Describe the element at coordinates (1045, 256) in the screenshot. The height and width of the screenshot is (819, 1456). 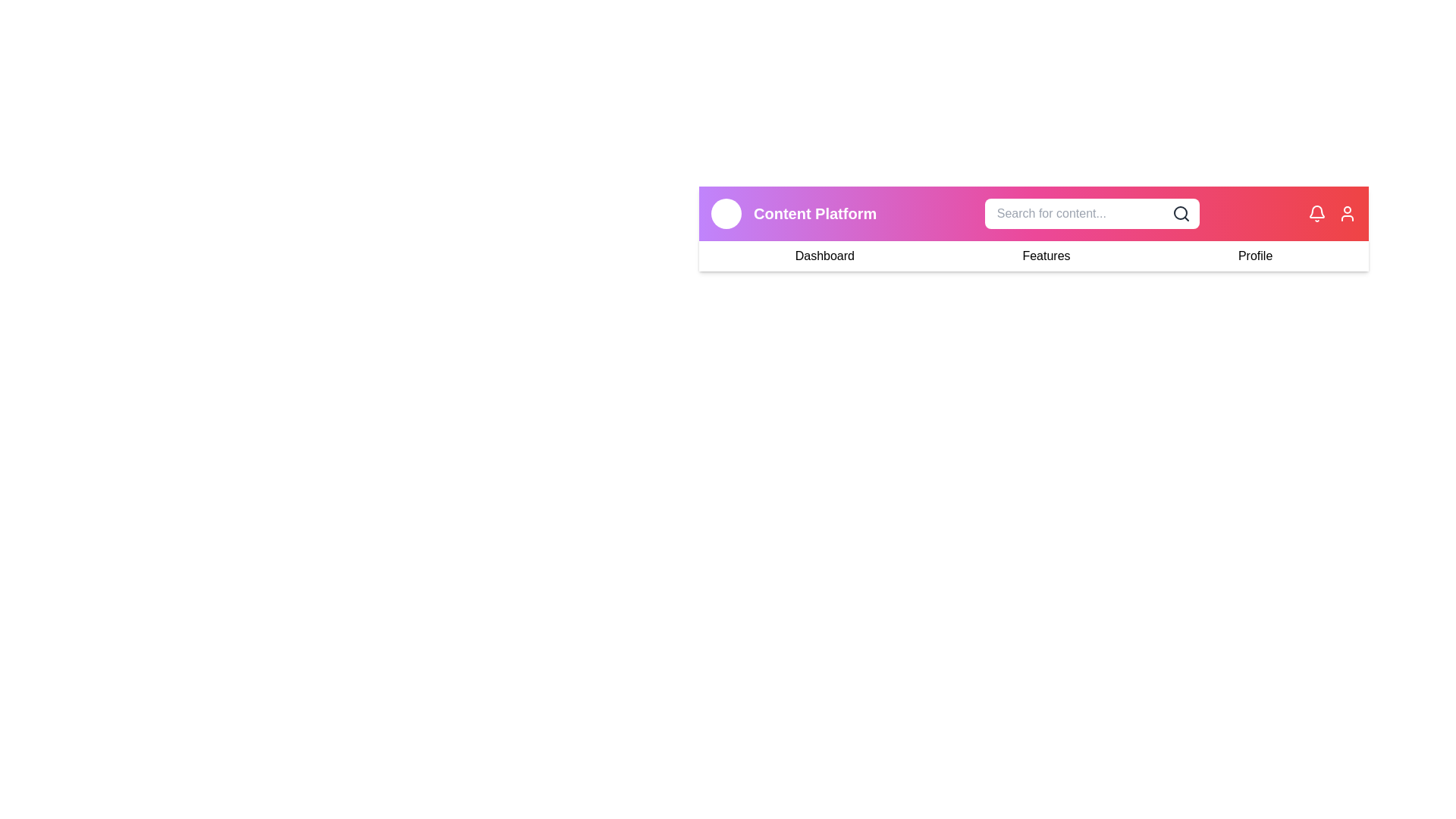
I see `the Features navigation link` at that location.